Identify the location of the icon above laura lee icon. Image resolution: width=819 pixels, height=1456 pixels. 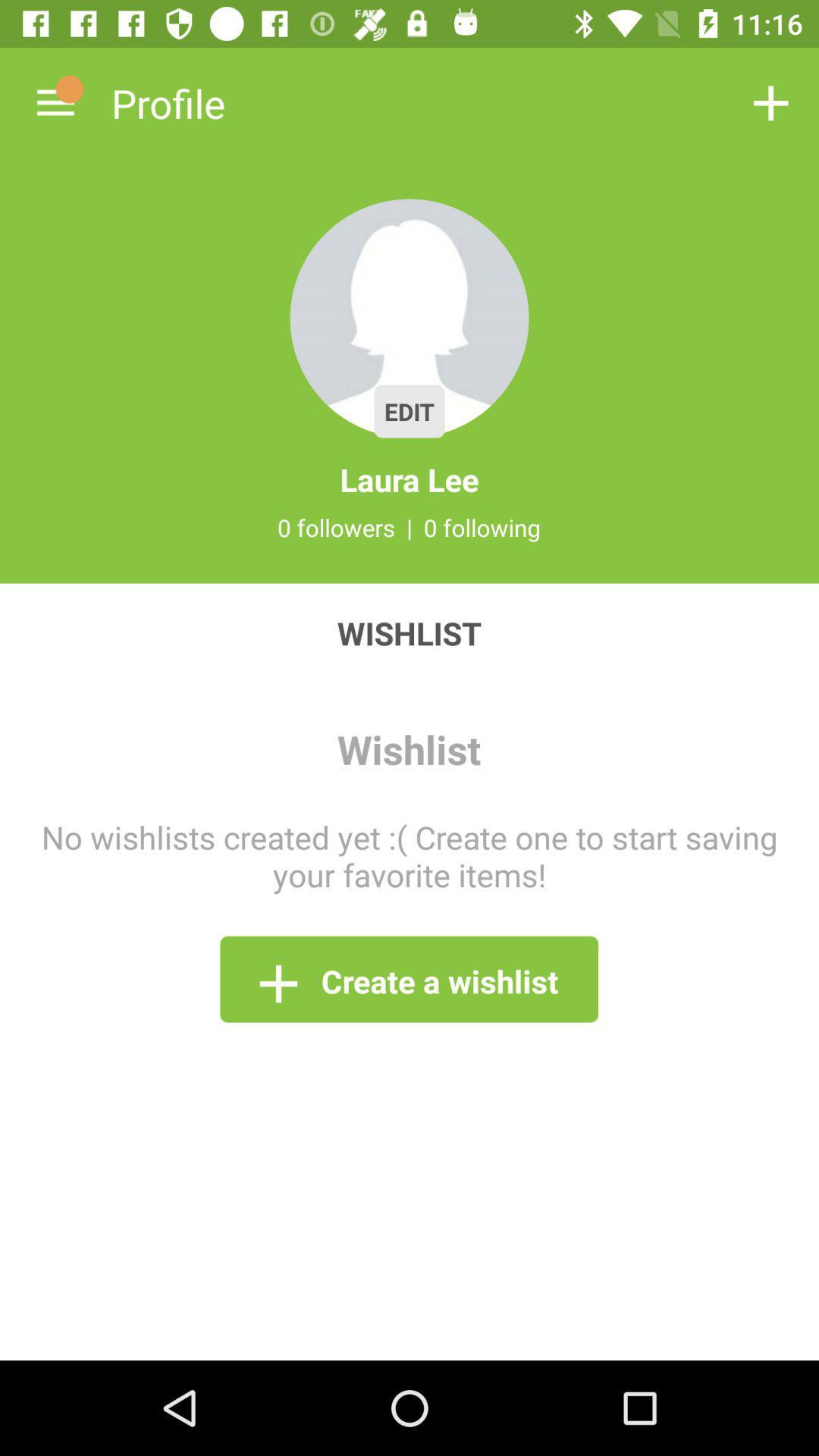
(409, 318).